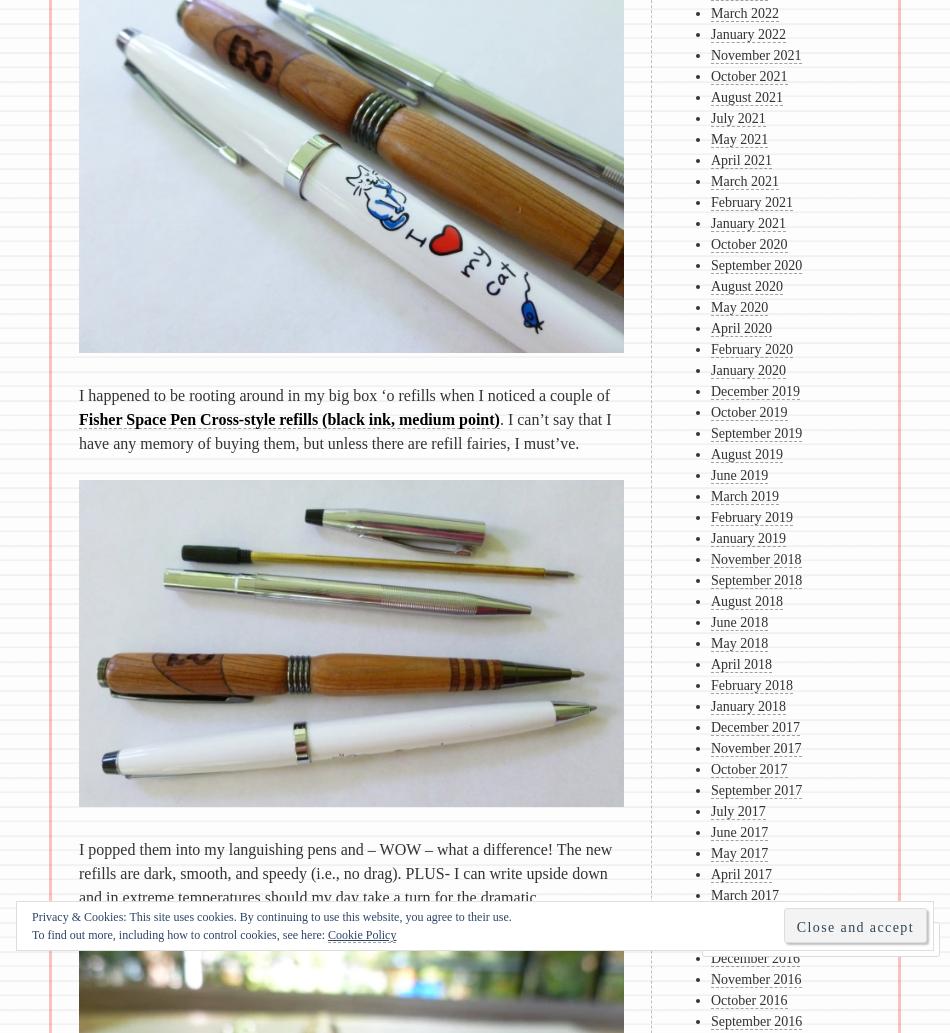 The height and width of the screenshot is (1033, 950). What do you see at coordinates (747, 370) in the screenshot?
I see `'January 2020'` at bounding box center [747, 370].